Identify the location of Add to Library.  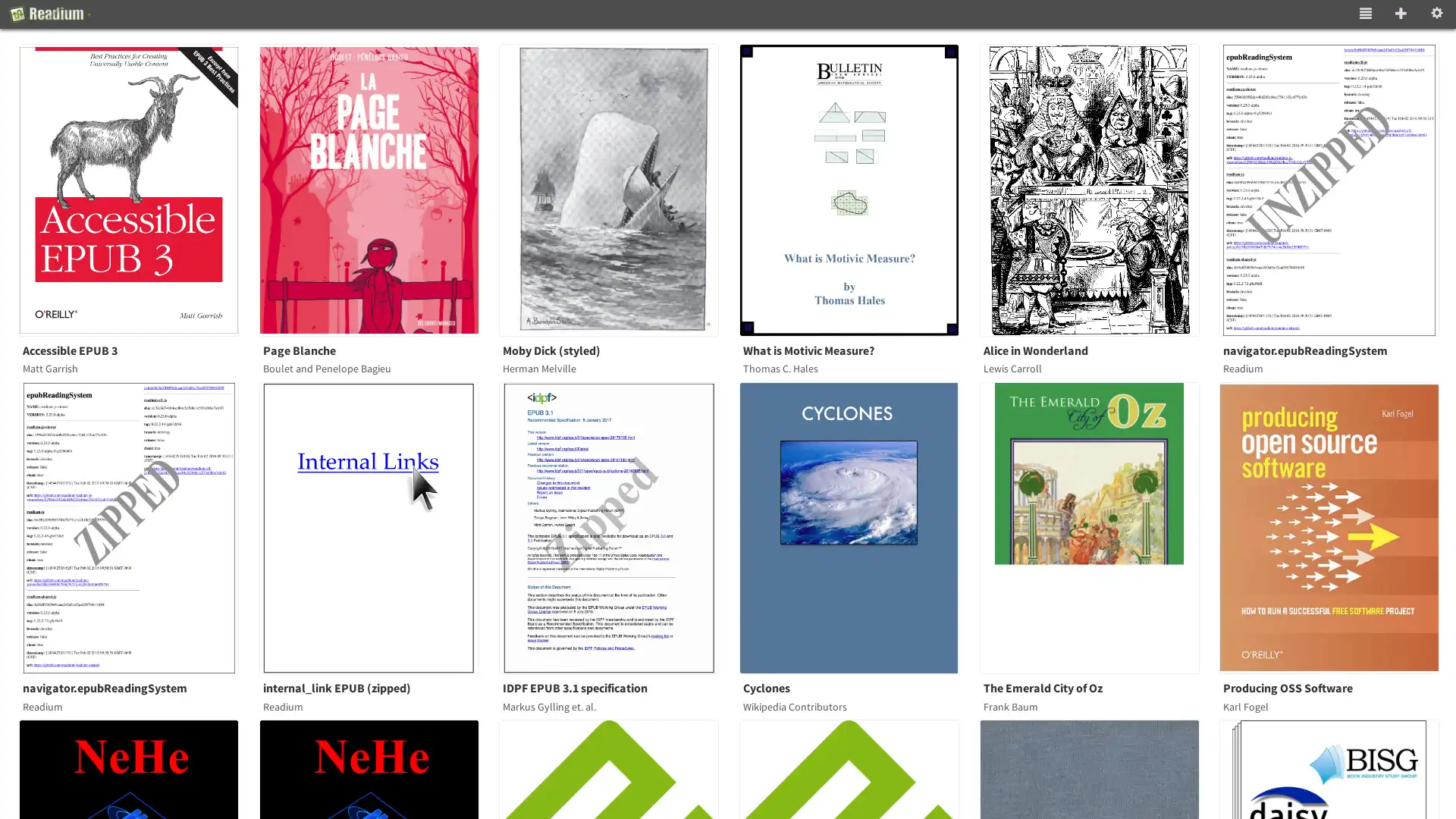
(1401, 14).